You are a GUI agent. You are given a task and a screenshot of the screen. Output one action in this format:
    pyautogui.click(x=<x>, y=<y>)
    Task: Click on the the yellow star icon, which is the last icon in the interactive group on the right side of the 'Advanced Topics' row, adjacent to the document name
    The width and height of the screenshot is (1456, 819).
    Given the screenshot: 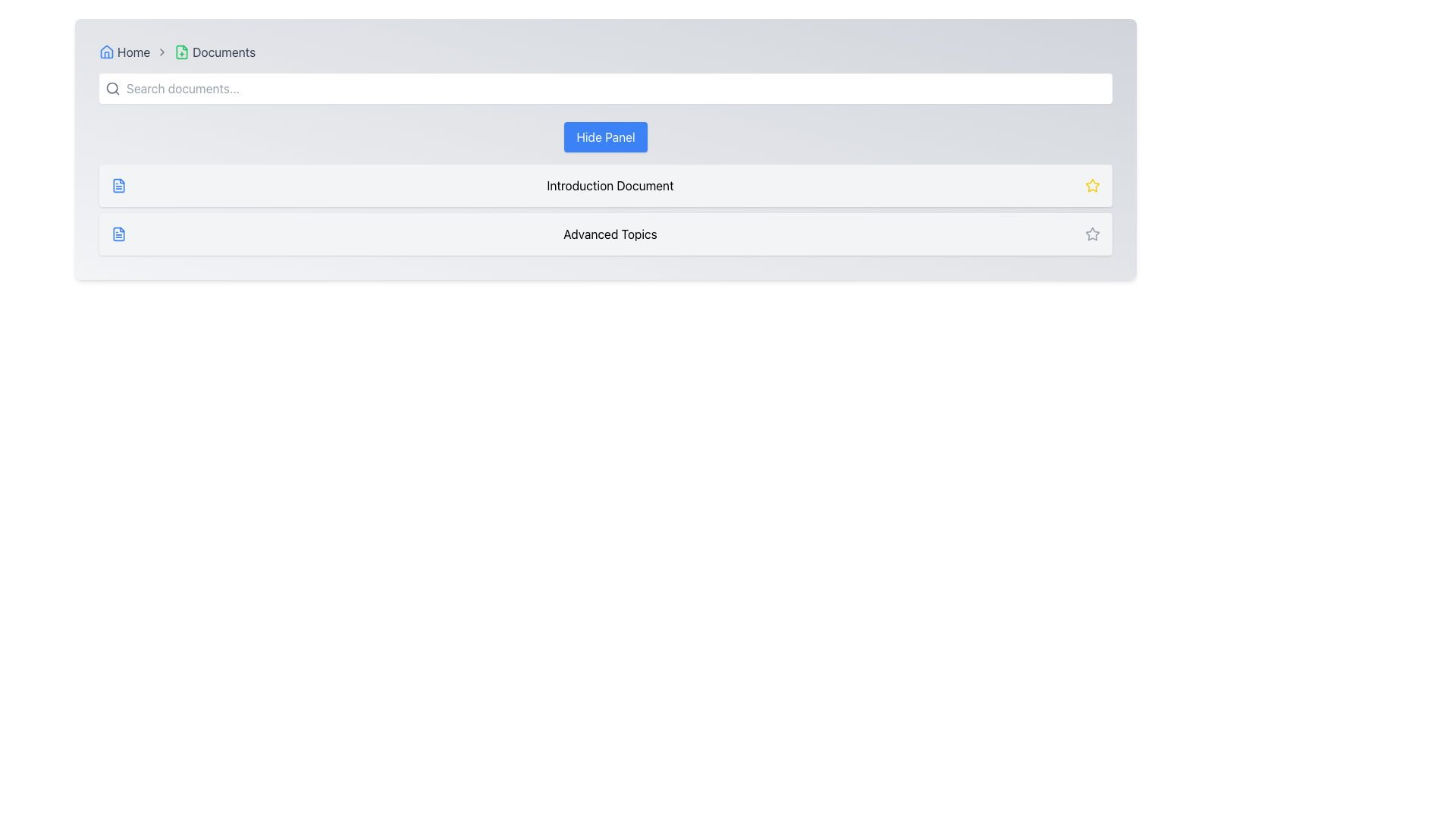 What is the action you would take?
    pyautogui.click(x=1092, y=184)
    